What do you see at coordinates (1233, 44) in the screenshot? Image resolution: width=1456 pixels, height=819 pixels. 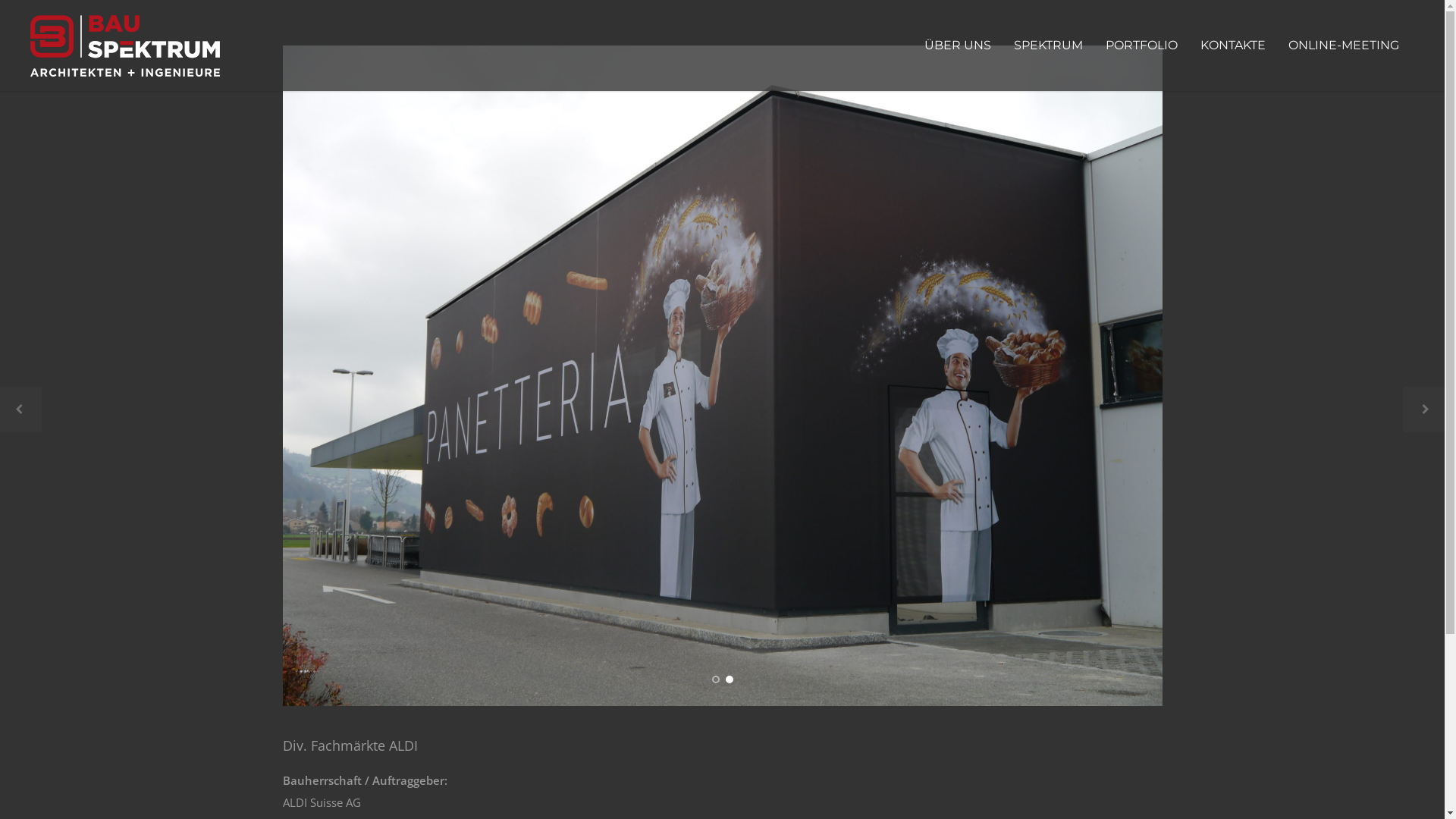 I see `'KONTAKTE'` at bounding box center [1233, 44].